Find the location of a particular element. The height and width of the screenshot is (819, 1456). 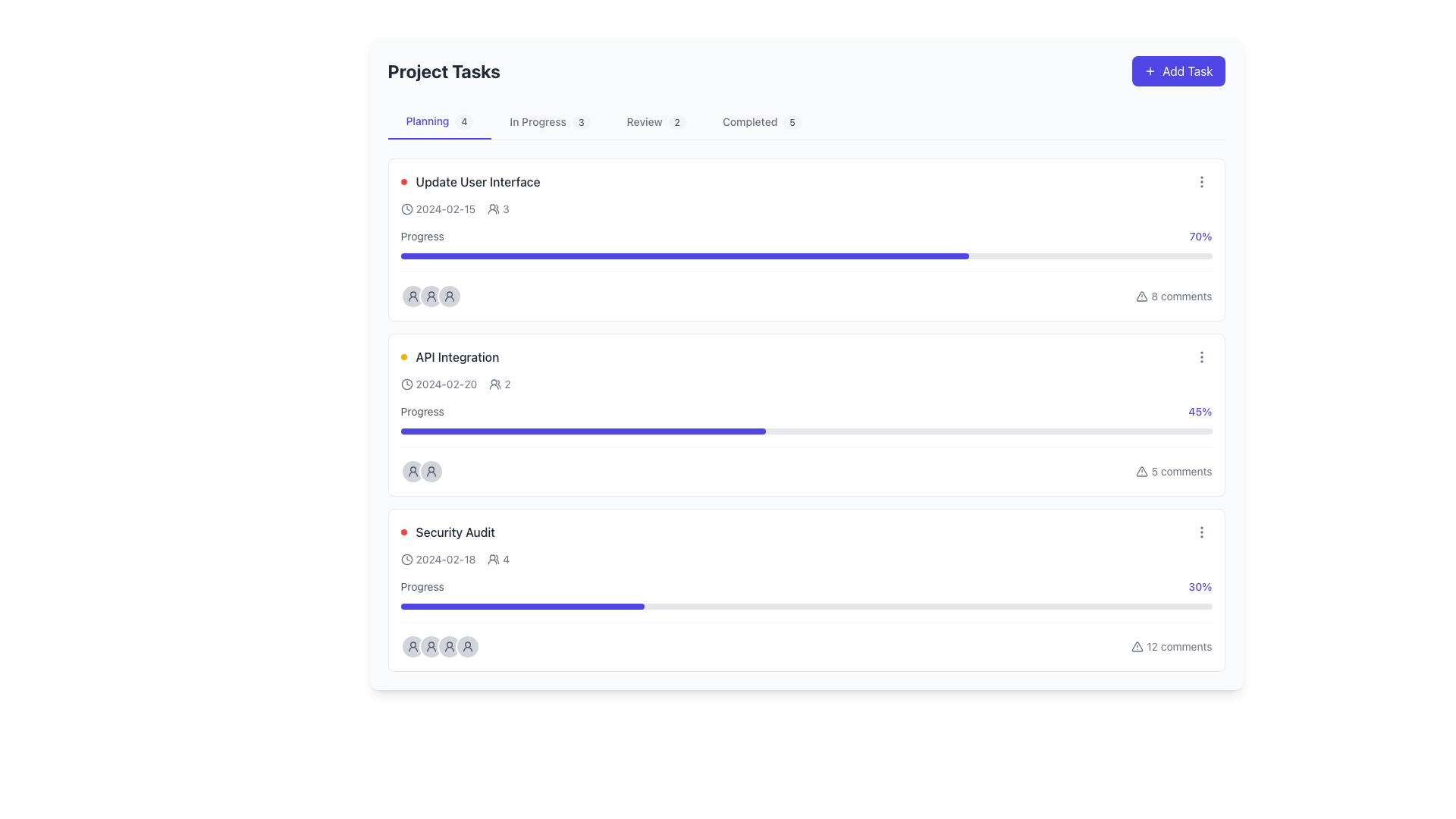

the User avatar icon is located at coordinates (430, 296).